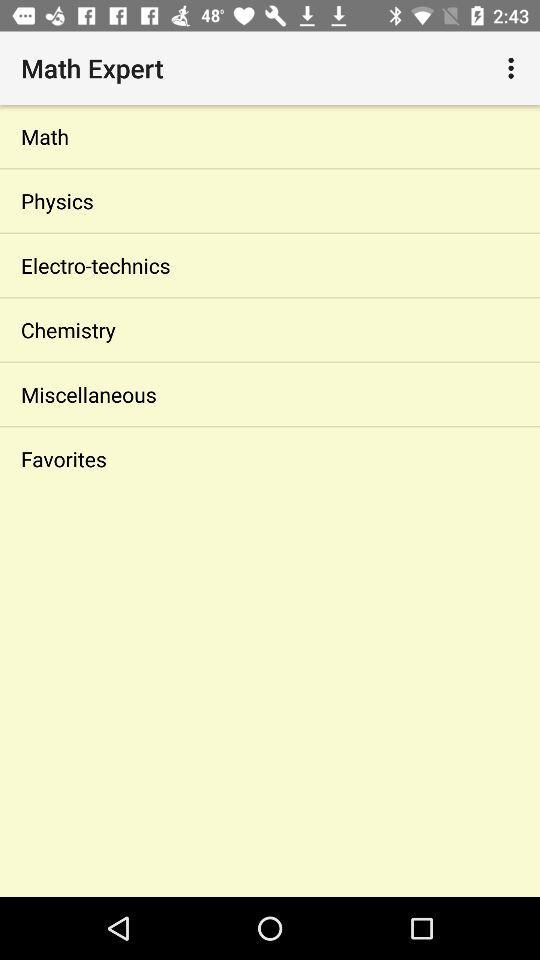 The image size is (540, 960). Describe the element at coordinates (270, 264) in the screenshot. I see `the icon below the physics icon` at that location.